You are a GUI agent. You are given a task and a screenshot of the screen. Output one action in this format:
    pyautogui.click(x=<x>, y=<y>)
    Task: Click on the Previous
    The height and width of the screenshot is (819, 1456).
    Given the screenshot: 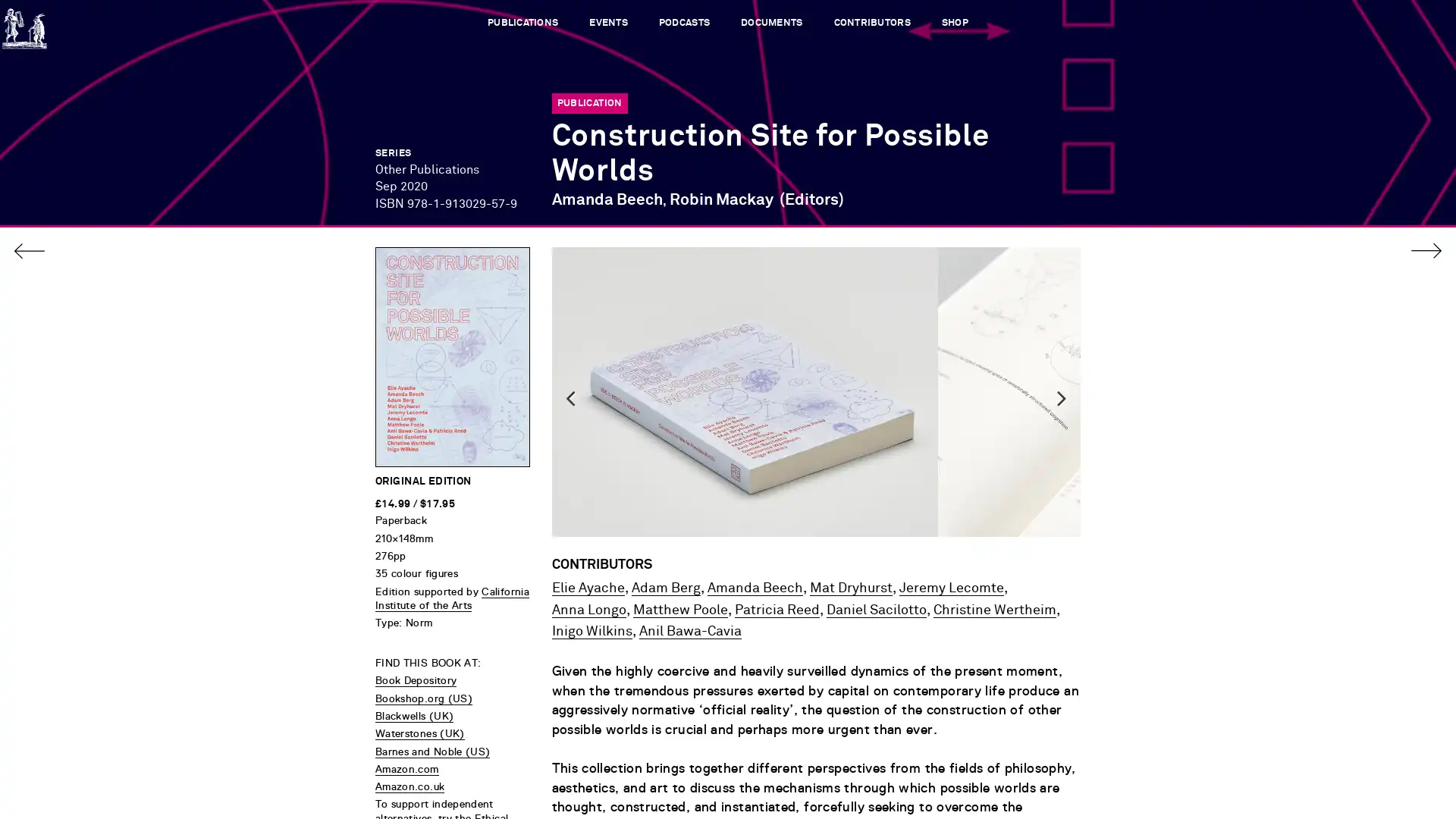 What is the action you would take?
    pyautogui.click(x=570, y=444)
    